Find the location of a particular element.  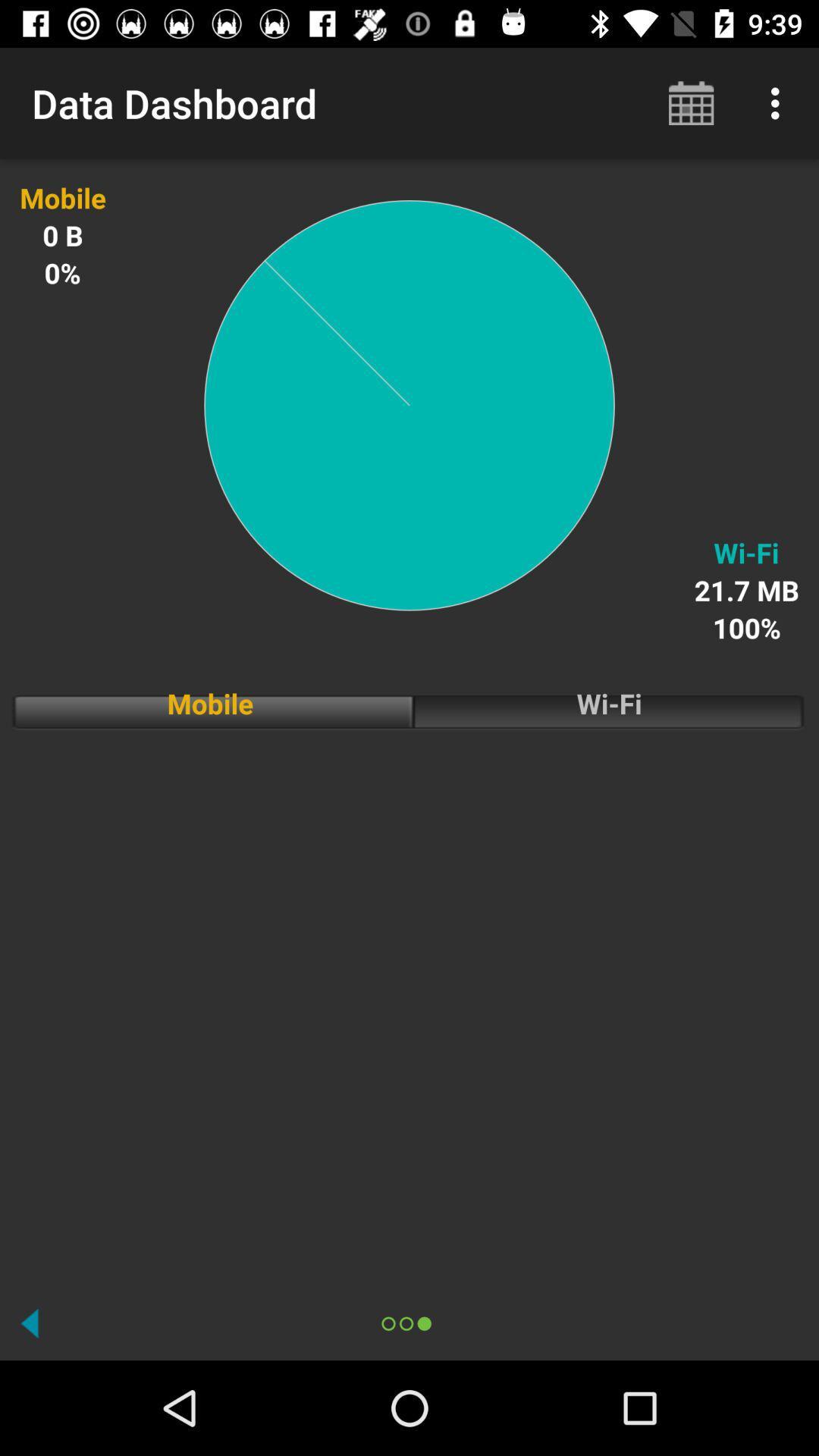

the arrow_backward icon is located at coordinates (30, 1323).